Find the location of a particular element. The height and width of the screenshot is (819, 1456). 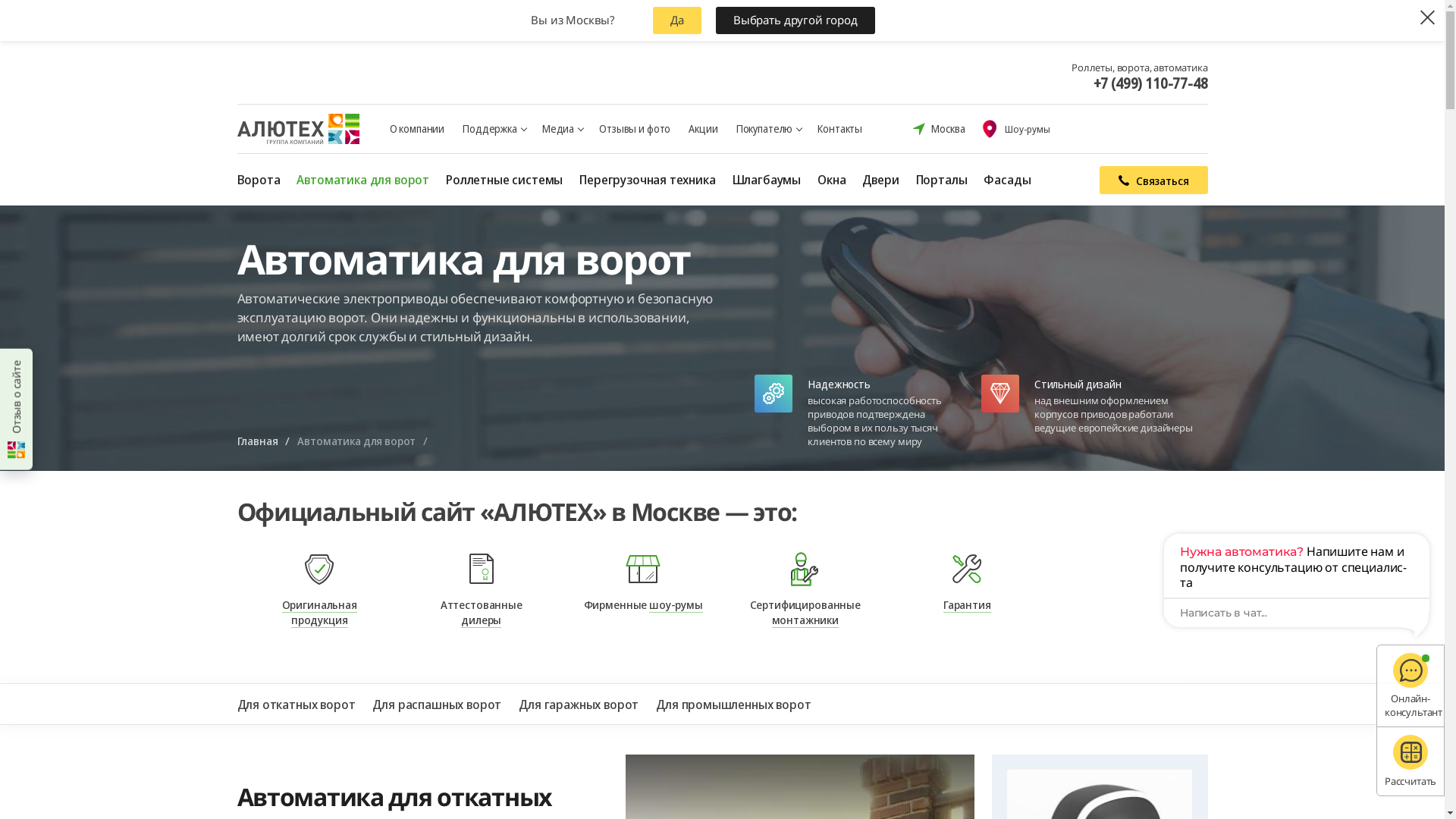

'+7 (499) 110-77-48' is located at coordinates (1150, 83).